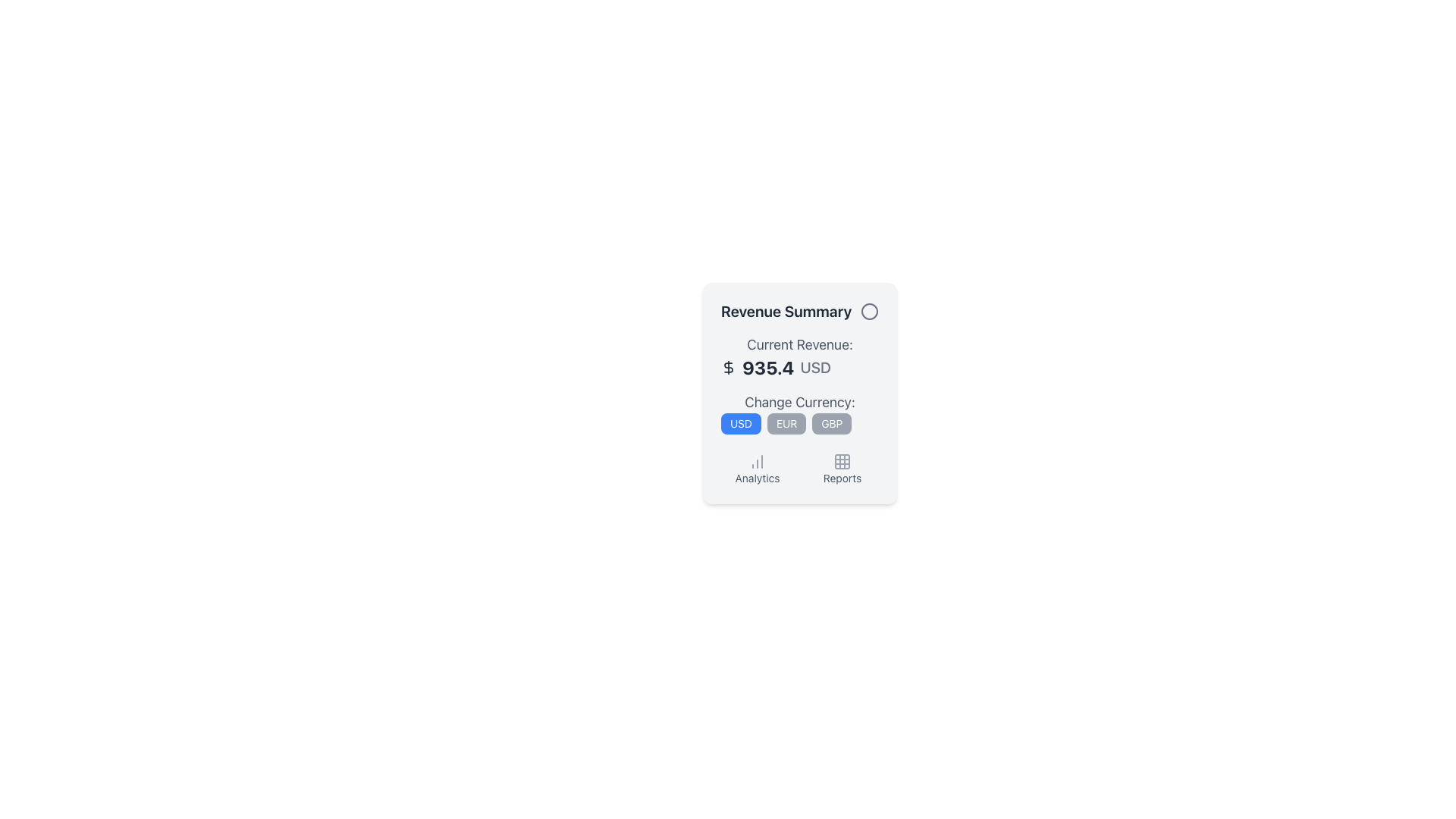 This screenshot has width=1456, height=819. I want to click on the Interactive button labeled 'Analytics' which features a bar chart icon, so click(757, 468).